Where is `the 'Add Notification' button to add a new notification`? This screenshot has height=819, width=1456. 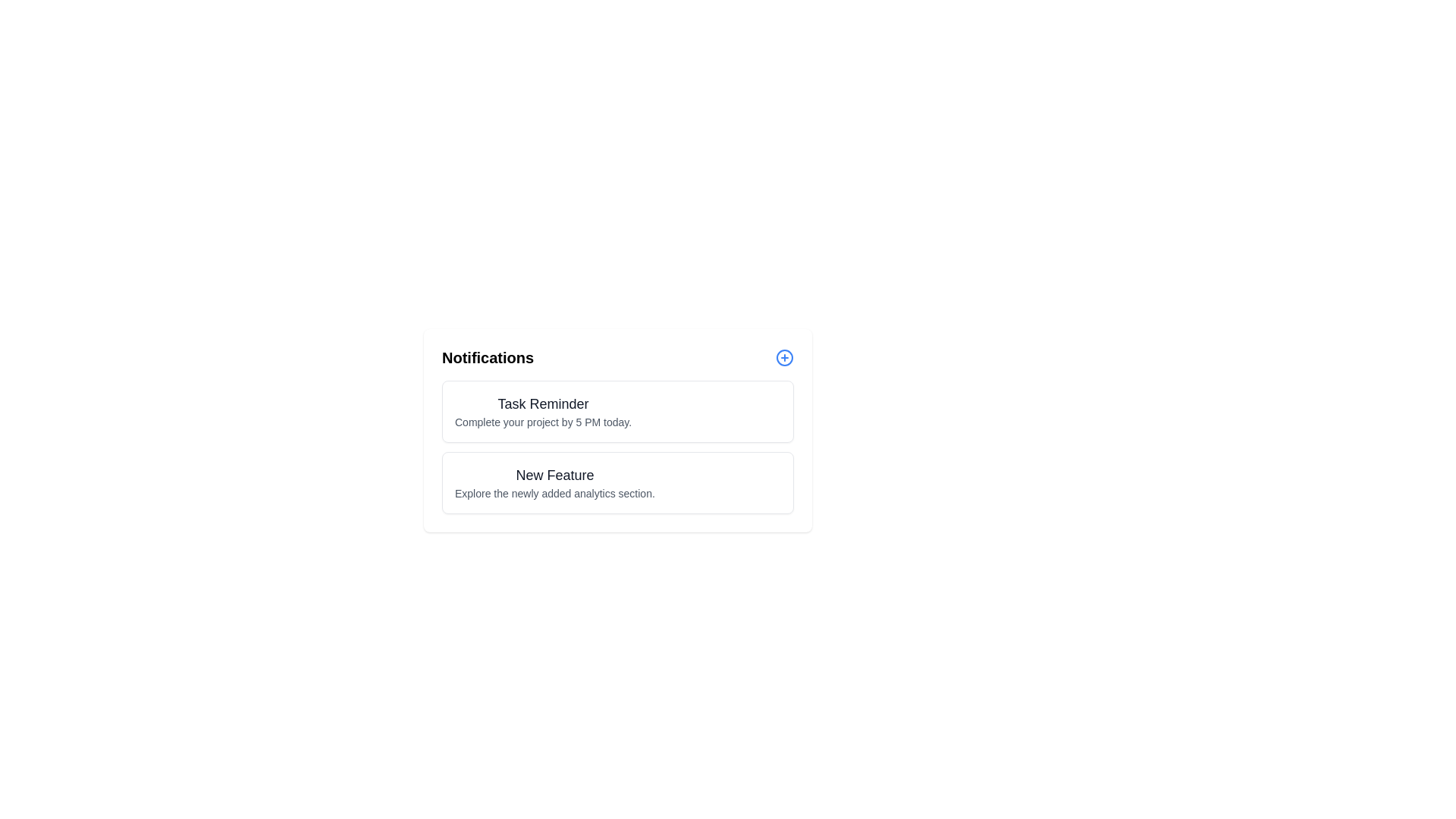 the 'Add Notification' button to add a new notification is located at coordinates (785, 357).